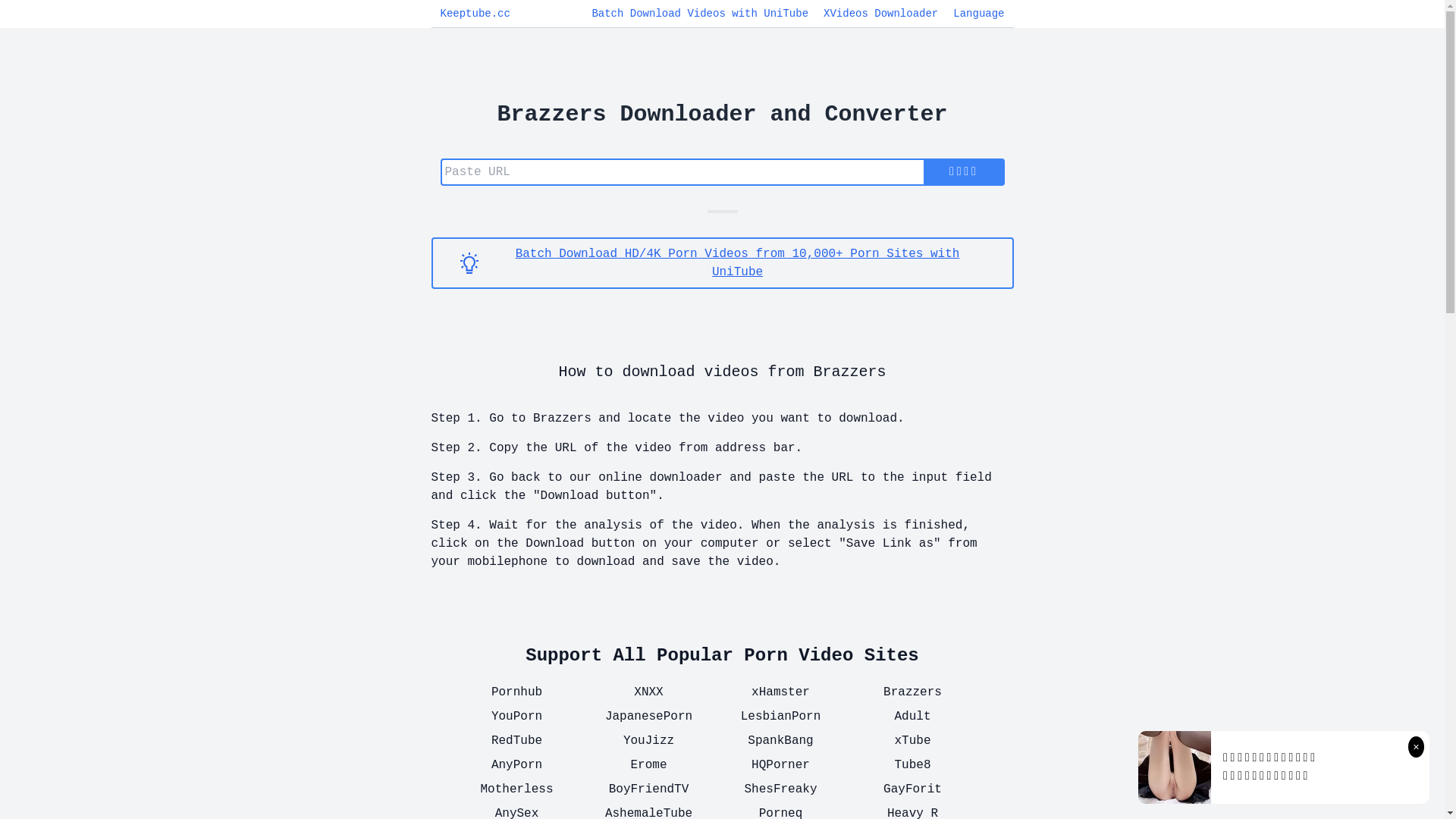  Describe the element at coordinates (856, 717) in the screenshot. I see `'Adult'` at that location.